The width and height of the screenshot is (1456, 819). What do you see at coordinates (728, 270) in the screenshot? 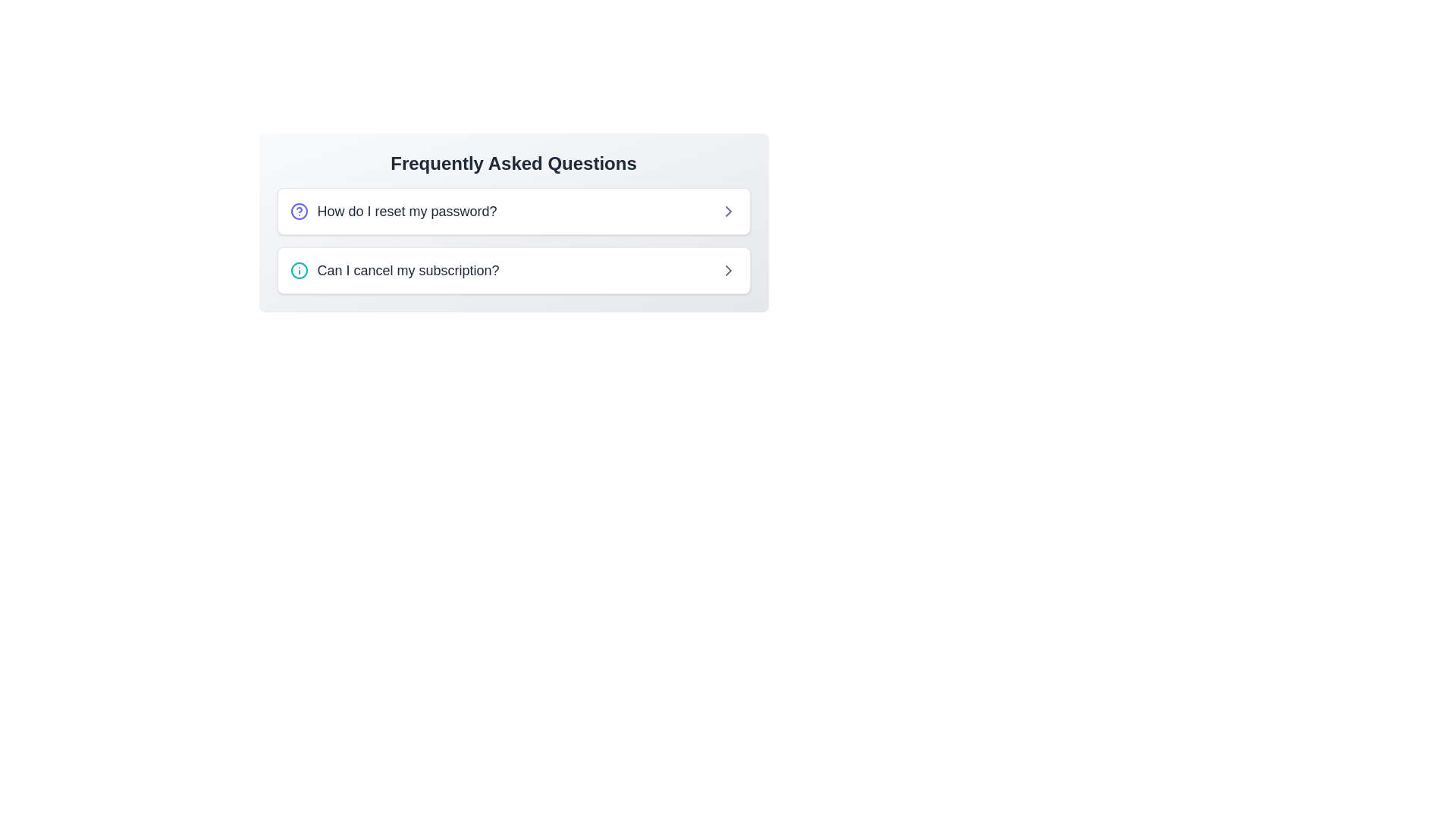
I see `the right-pointing gray chevron icon located at the end of the 'Can I cancel my subscription?' row in the Frequently Asked Questions panel` at bounding box center [728, 270].